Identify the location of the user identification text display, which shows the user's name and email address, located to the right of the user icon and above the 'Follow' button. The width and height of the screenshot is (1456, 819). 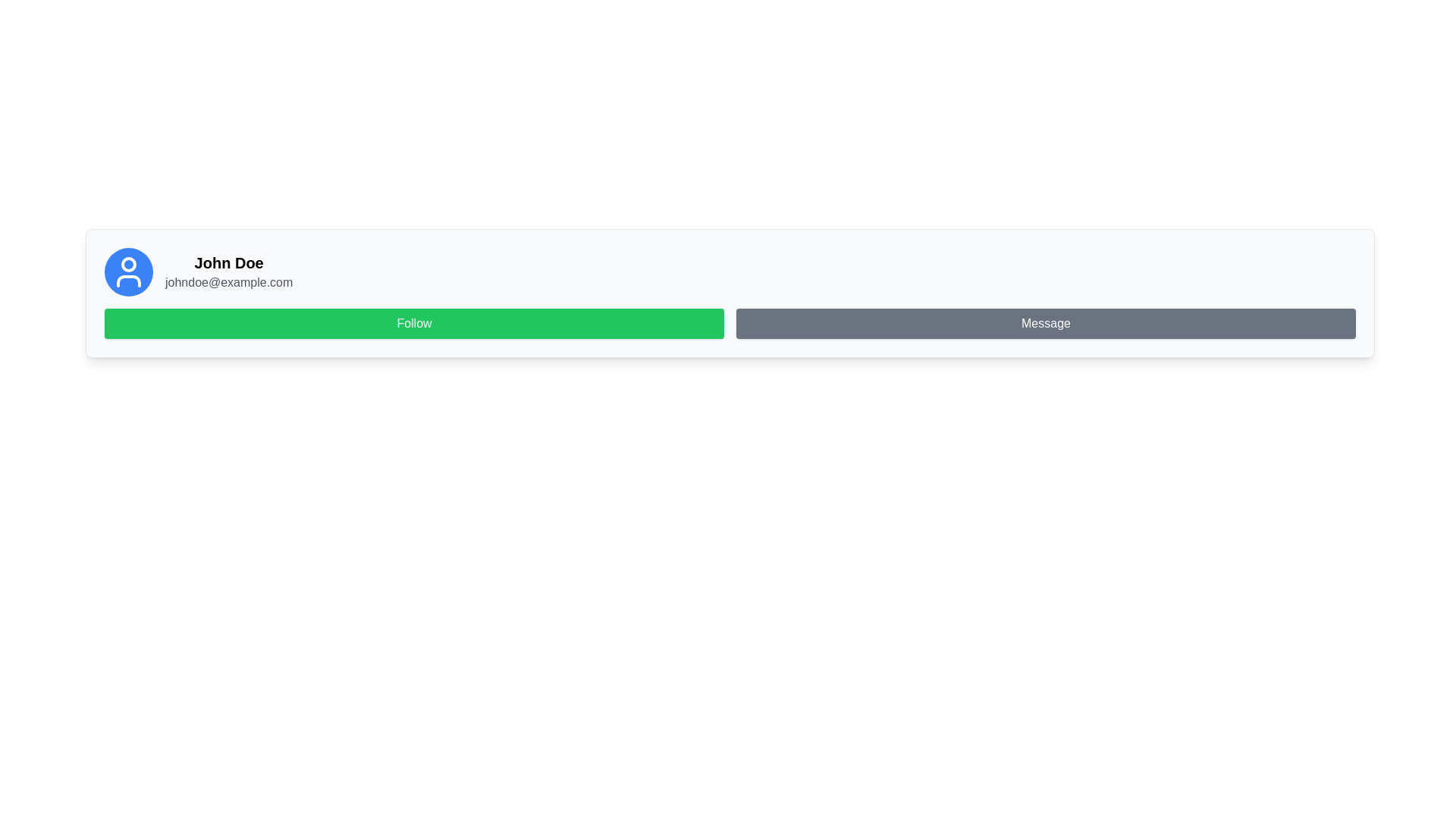
(228, 271).